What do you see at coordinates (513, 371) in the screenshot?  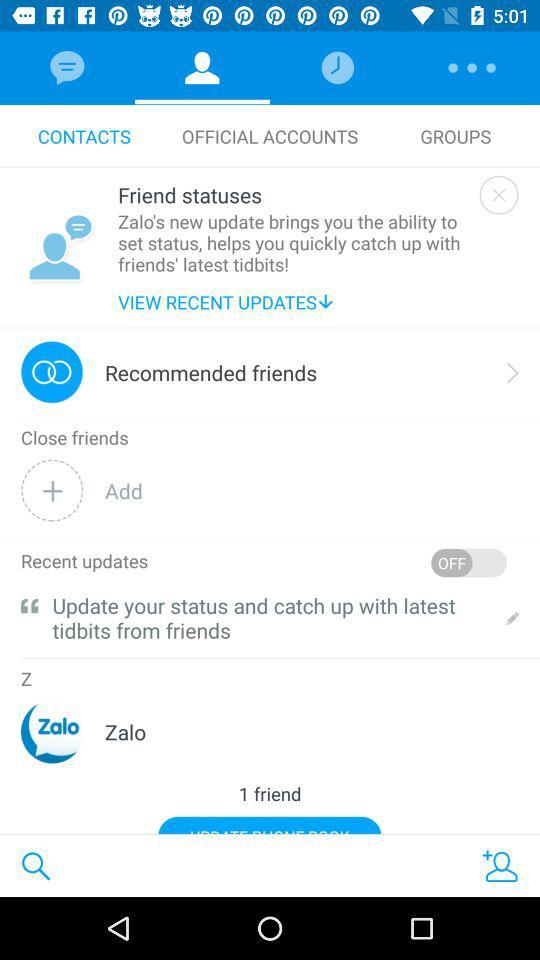 I see `the icon to the right of recommended friends icon` at bounding box center [513, 371].